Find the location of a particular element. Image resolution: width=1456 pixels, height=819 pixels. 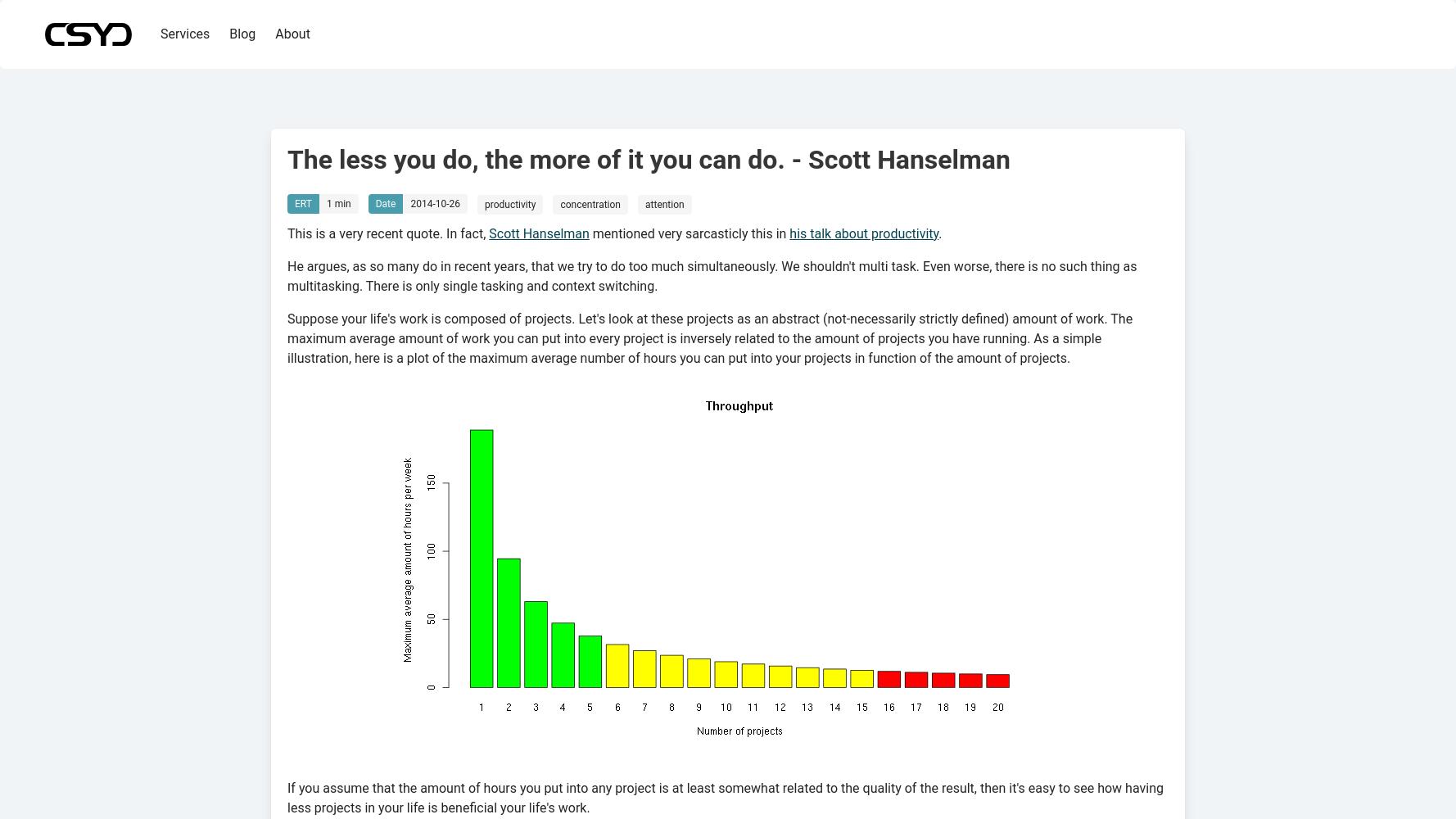

'The less you do, the more of it you can do. - Scott Hanselman' is located at coordinates (648, 159).